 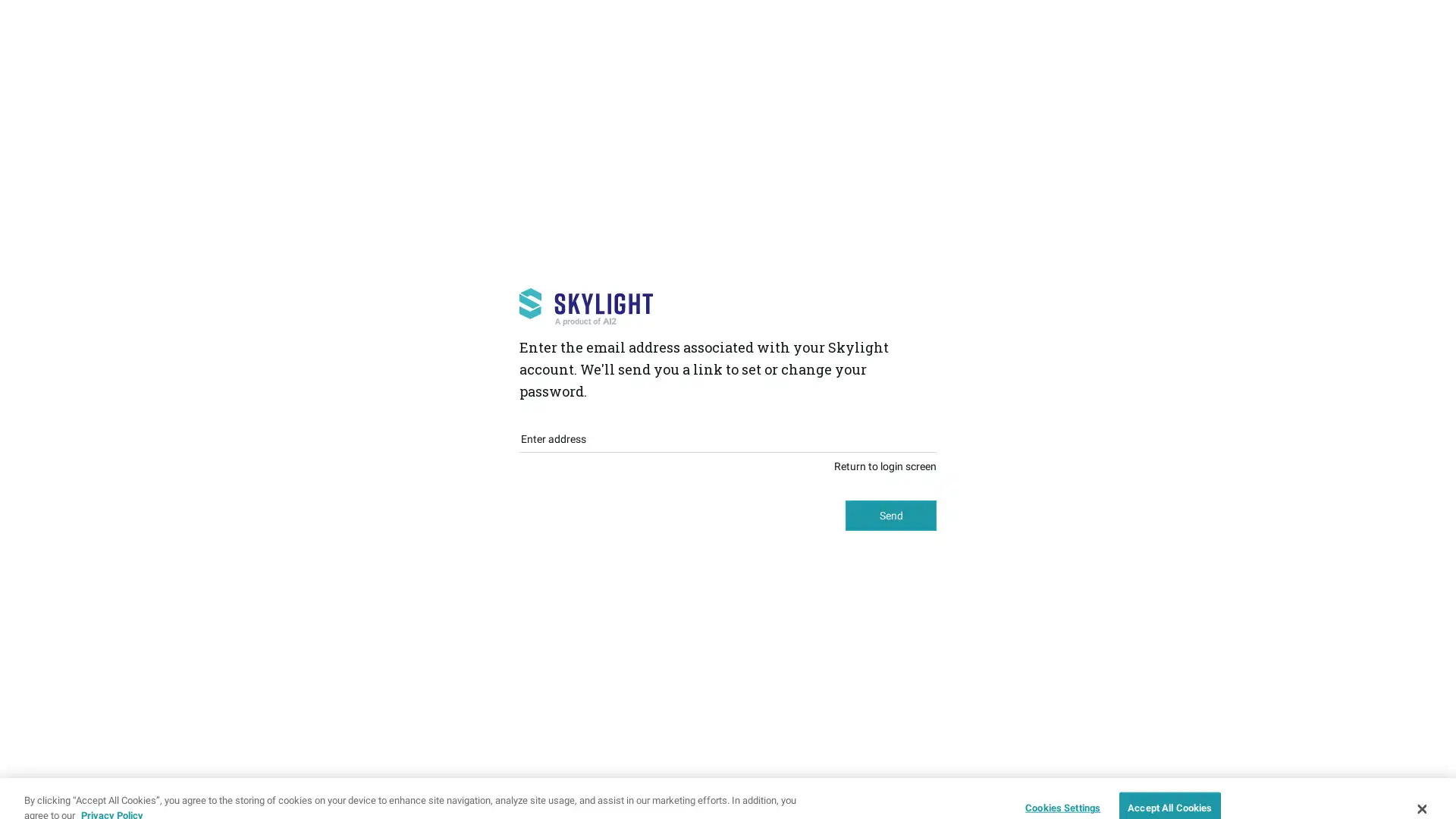 I want to click on Close, so click(x=1420, y=786).